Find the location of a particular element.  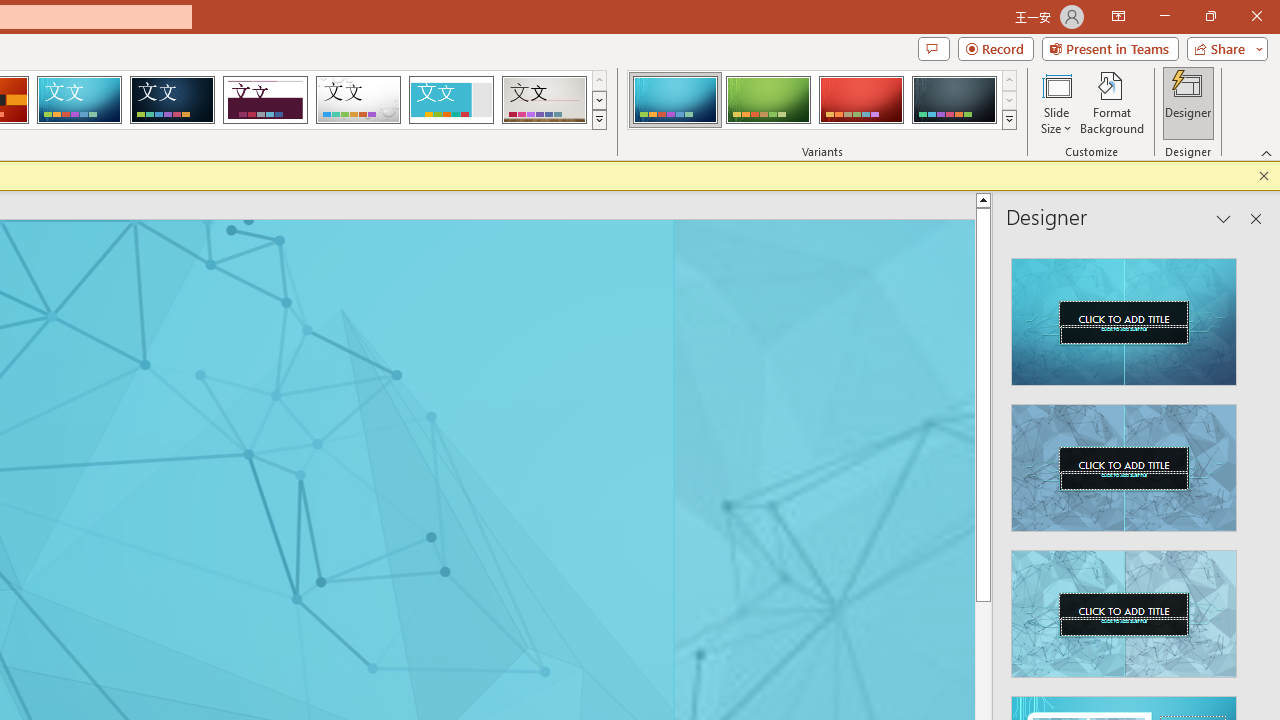

'Circuit Variant 3' is located at coordinates (861, 100).